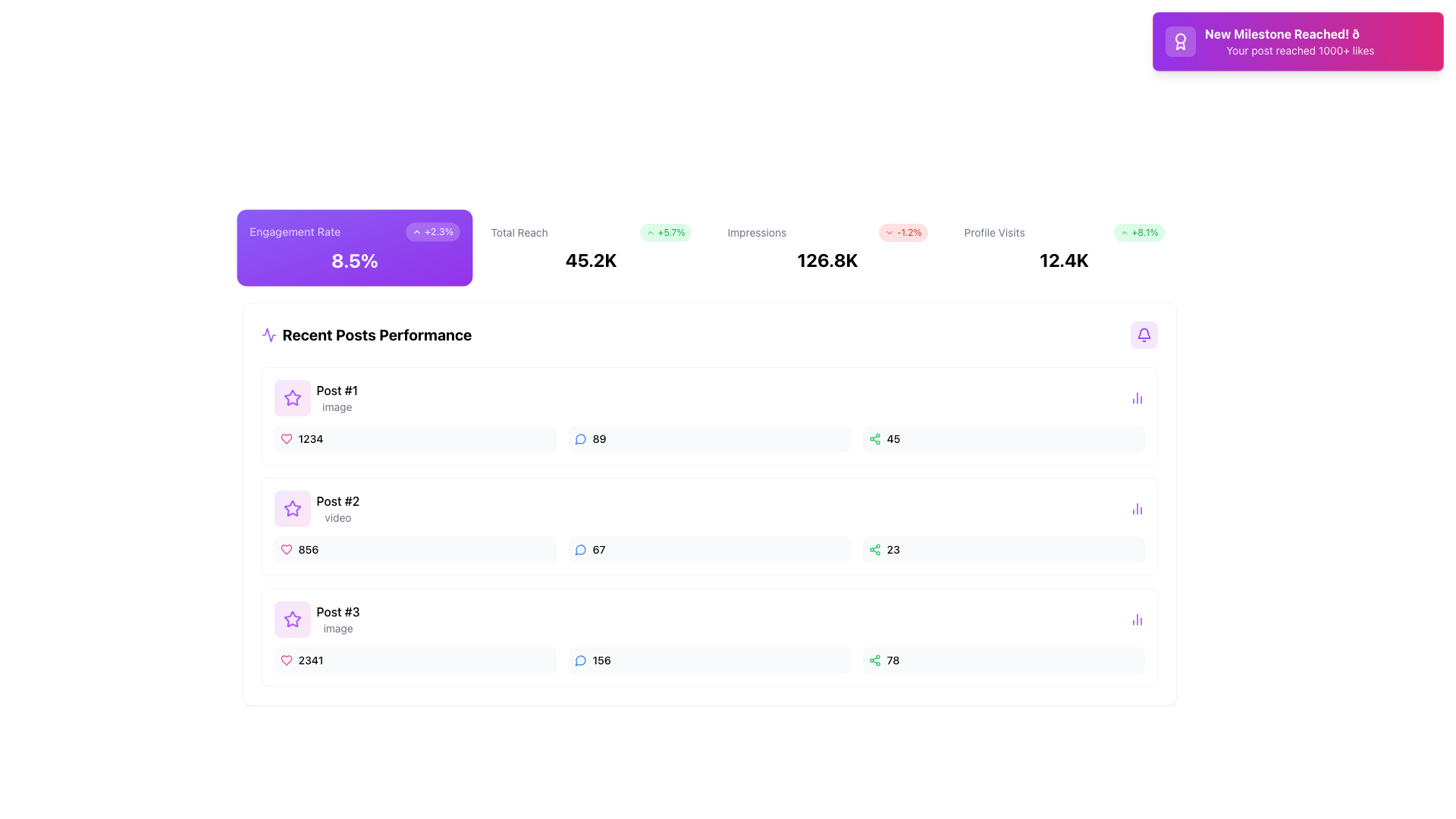 The height and width of the screenshot is (819, 1456). I want to click on the purple icon button featuring three vertical lines located at the far right of the 'Post #3' card, so click(1137, 620).